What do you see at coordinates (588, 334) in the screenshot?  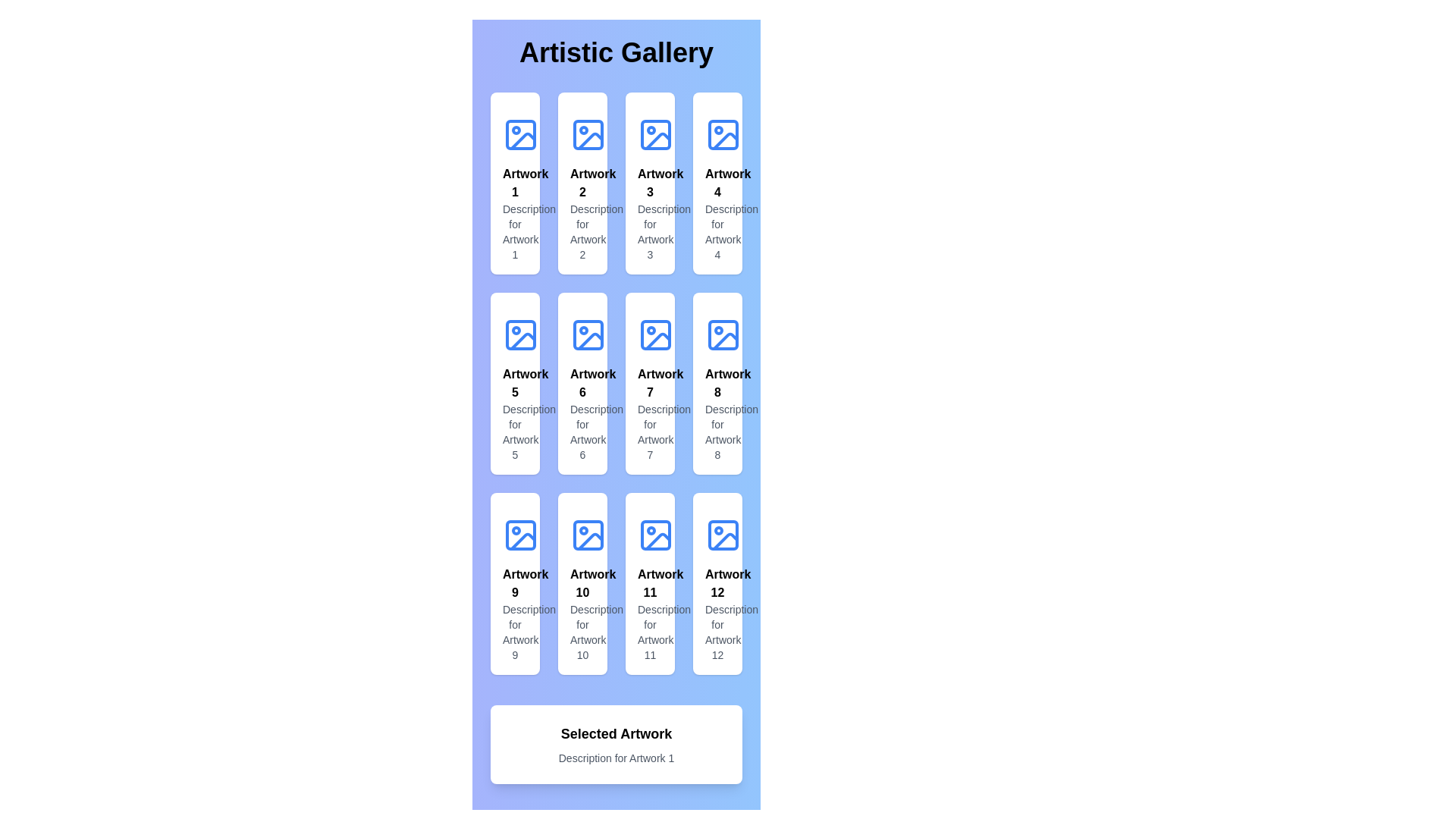 I see `the SVG rectangle component representing the image placeholder for Artwork 6, located in the center of the sixth artwork's icon in the grid layout` at bounding box center [588, 334].